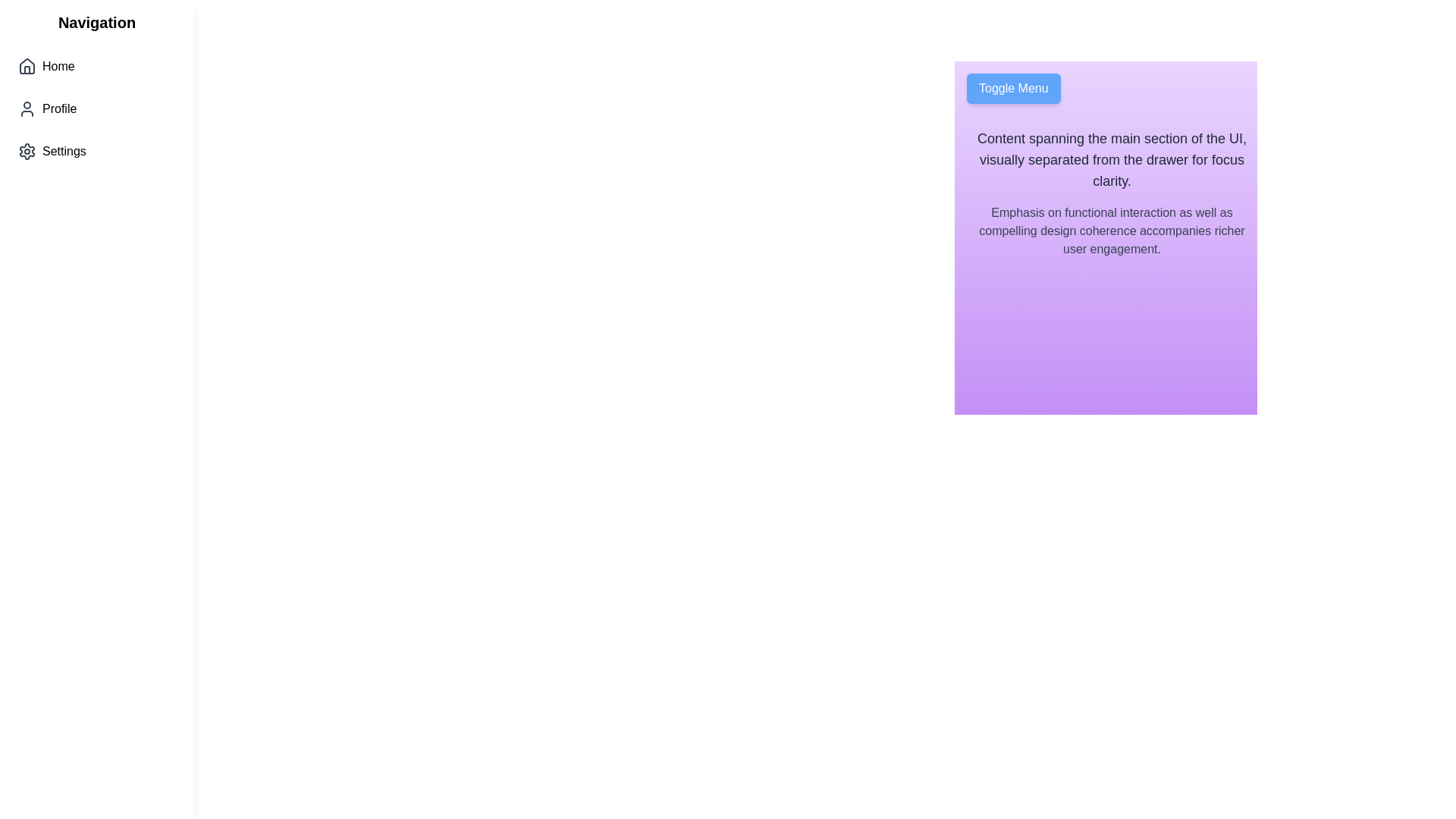  I want to click on subtle gray text element located below another text block in a vertically spaced layout on a gradient purple background, so click(1112, 231).